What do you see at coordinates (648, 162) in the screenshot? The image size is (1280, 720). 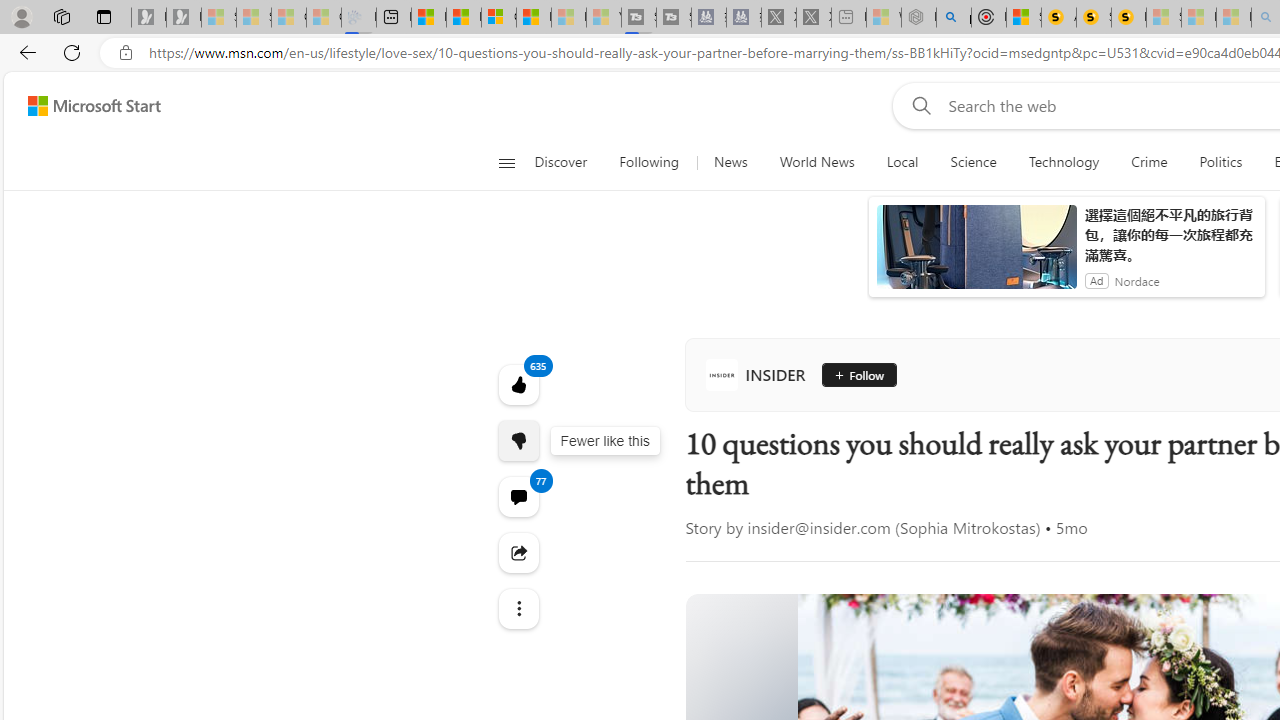 I see `'Following'` at bounding box center [648, 162].